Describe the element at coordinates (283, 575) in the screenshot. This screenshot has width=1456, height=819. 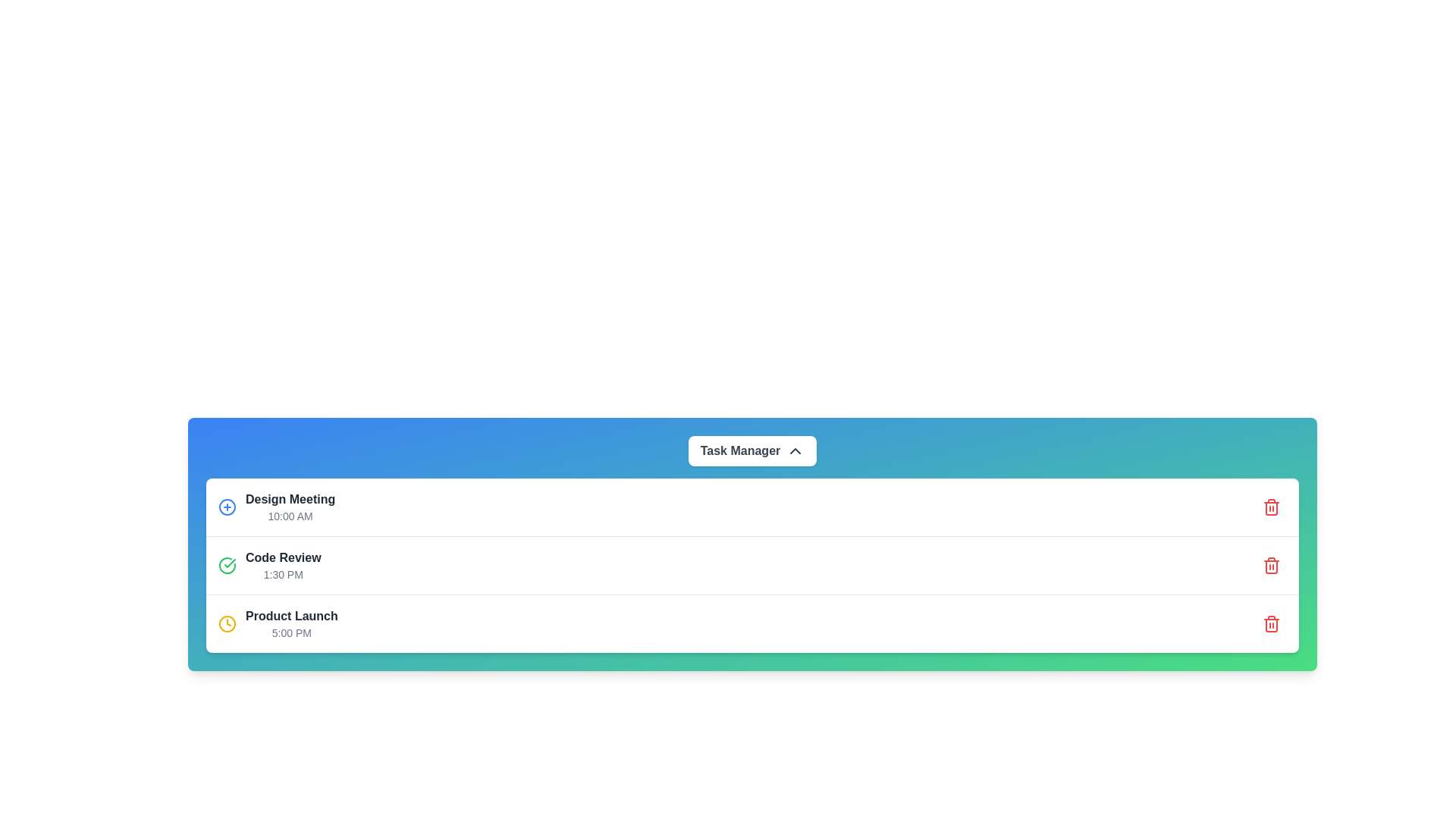
I see `the static text label displaying '1:30 PM', which is located below the 'Code Review' label in the task list` at that location.